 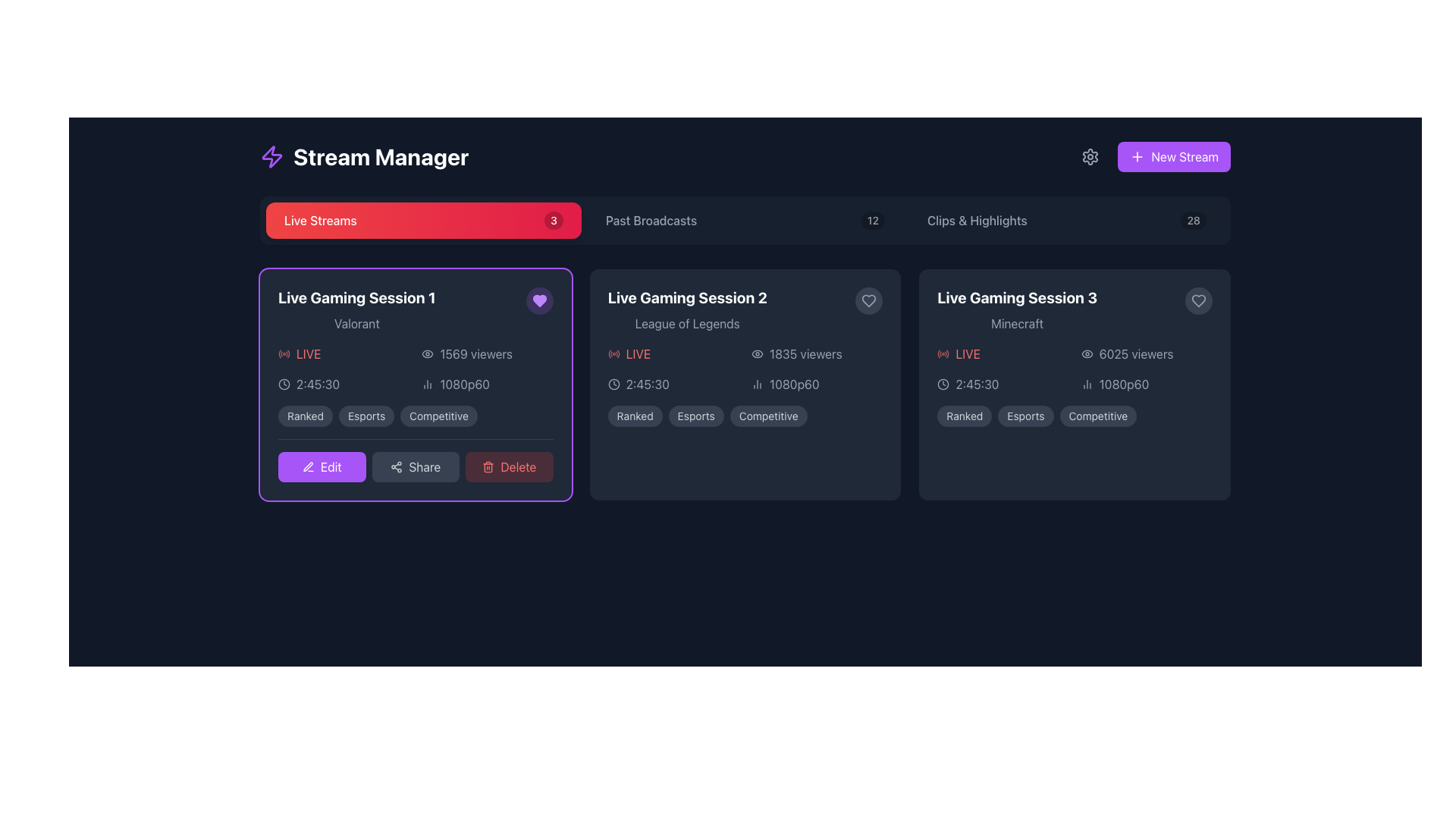 I want to click on the 'LIVE' label with a red color and radio signal icon, located in the 'Live Gaming Session 1' card, so click(x=343, y=353).